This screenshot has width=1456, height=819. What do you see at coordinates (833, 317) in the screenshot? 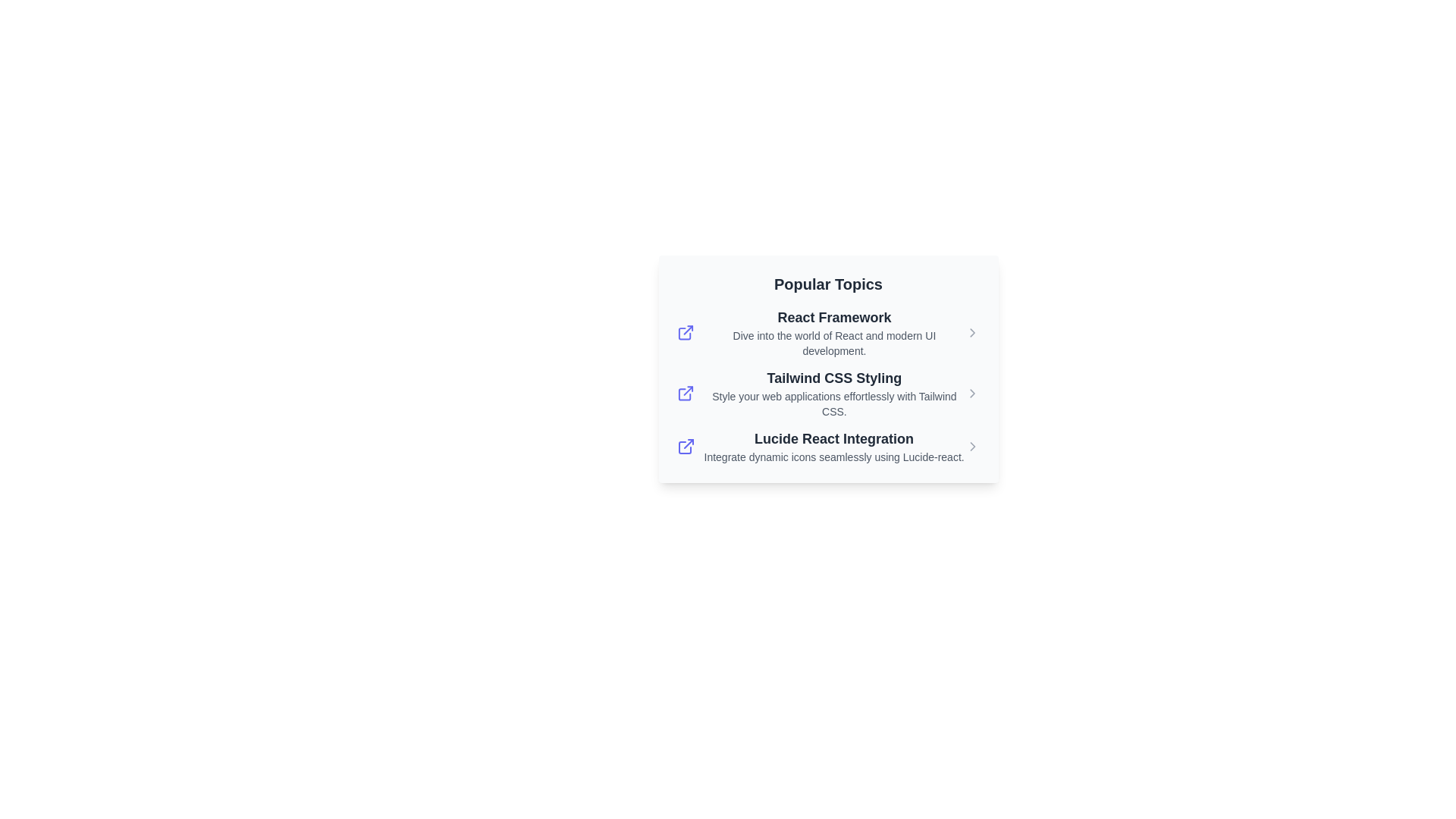
I see `the navigational link related to 'React Framework' which is the first bold text item above the descriptive text about React` at bounding box center [833, 317].